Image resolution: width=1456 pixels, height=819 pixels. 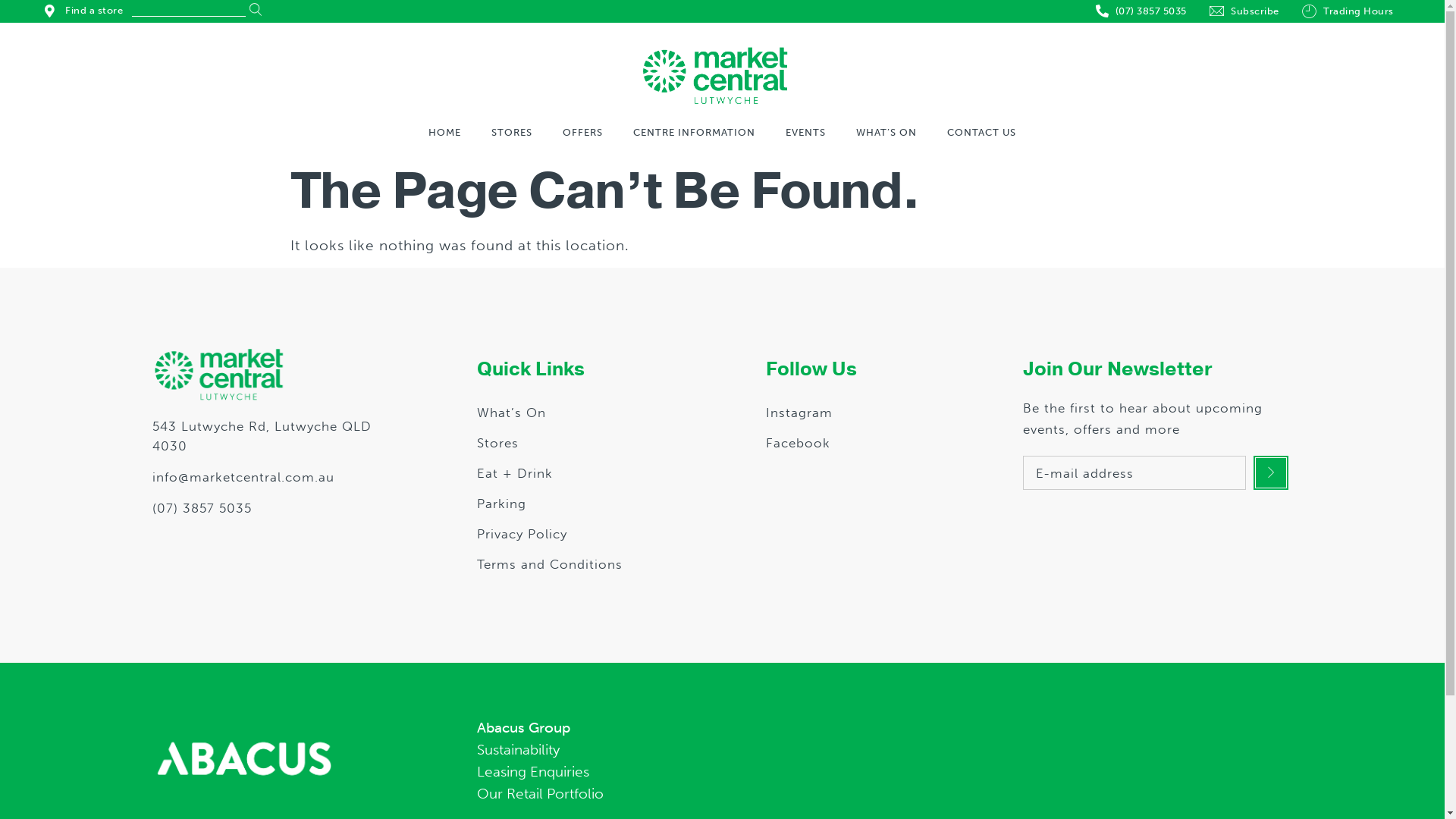 What do you see at coordinates (501, 503) in the screenshot?
I see `'Parking'` at bounding box center [501, 503].